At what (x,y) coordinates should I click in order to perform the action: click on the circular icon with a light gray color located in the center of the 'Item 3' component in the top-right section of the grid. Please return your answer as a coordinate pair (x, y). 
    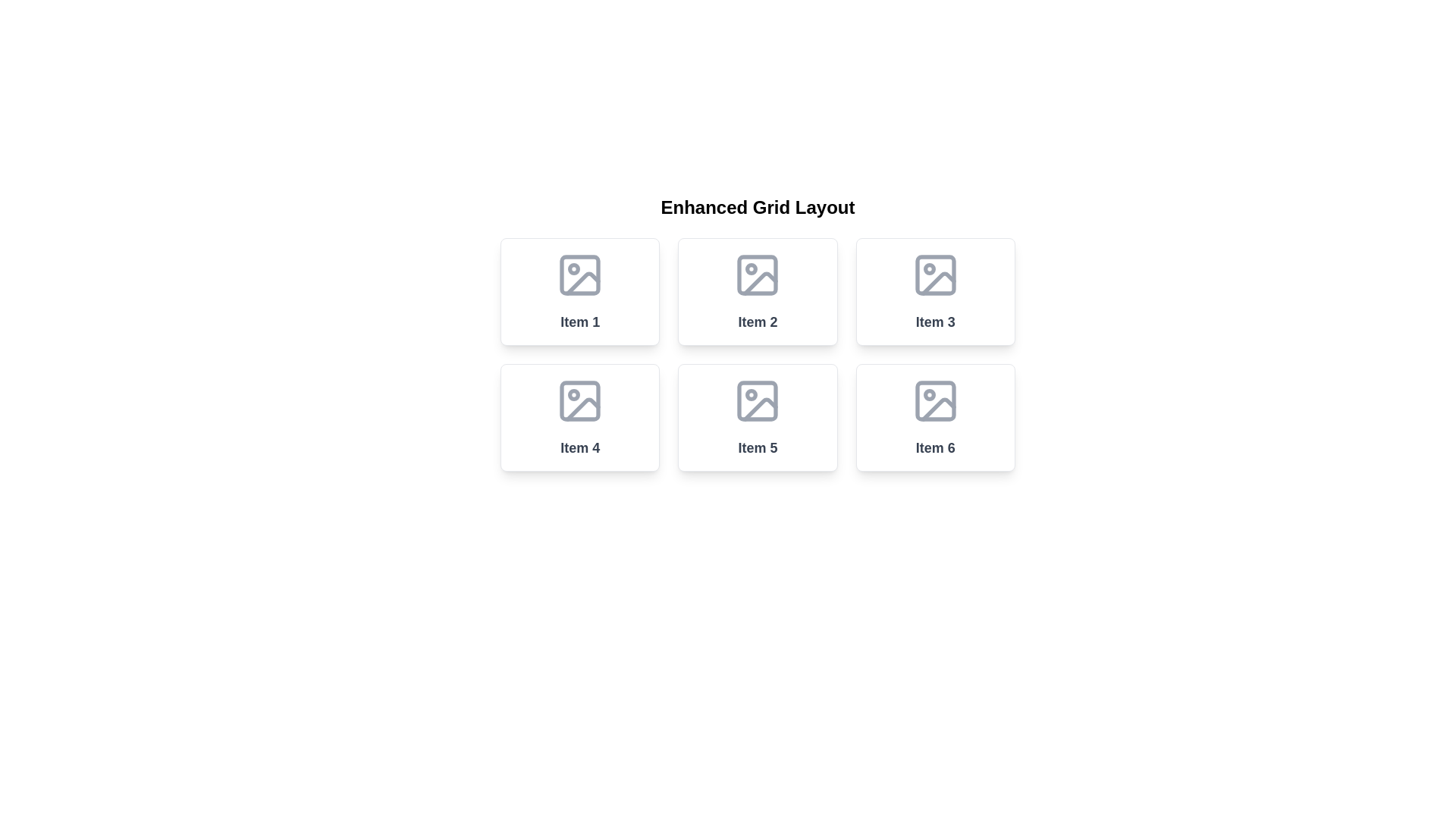
    Looking at the image, I should click on (934, 275).